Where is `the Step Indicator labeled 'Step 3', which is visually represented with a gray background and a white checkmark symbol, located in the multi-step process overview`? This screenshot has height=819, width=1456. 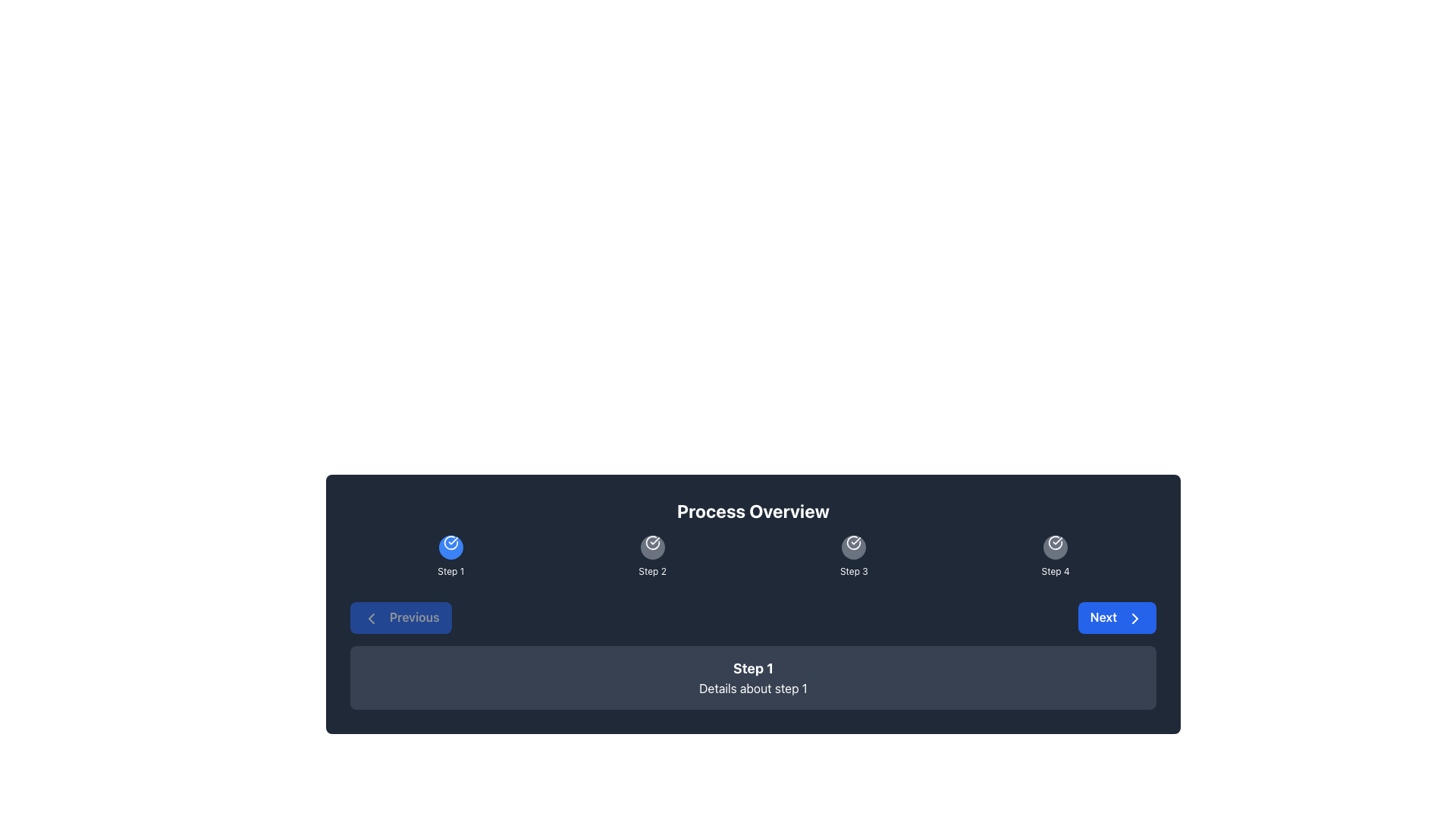 the Step Indicator labeled 'Step 3', which is visually represented with a gray background and a white checkmark symbol, located in the multi-step process overview is located at coordinates (854, 556).